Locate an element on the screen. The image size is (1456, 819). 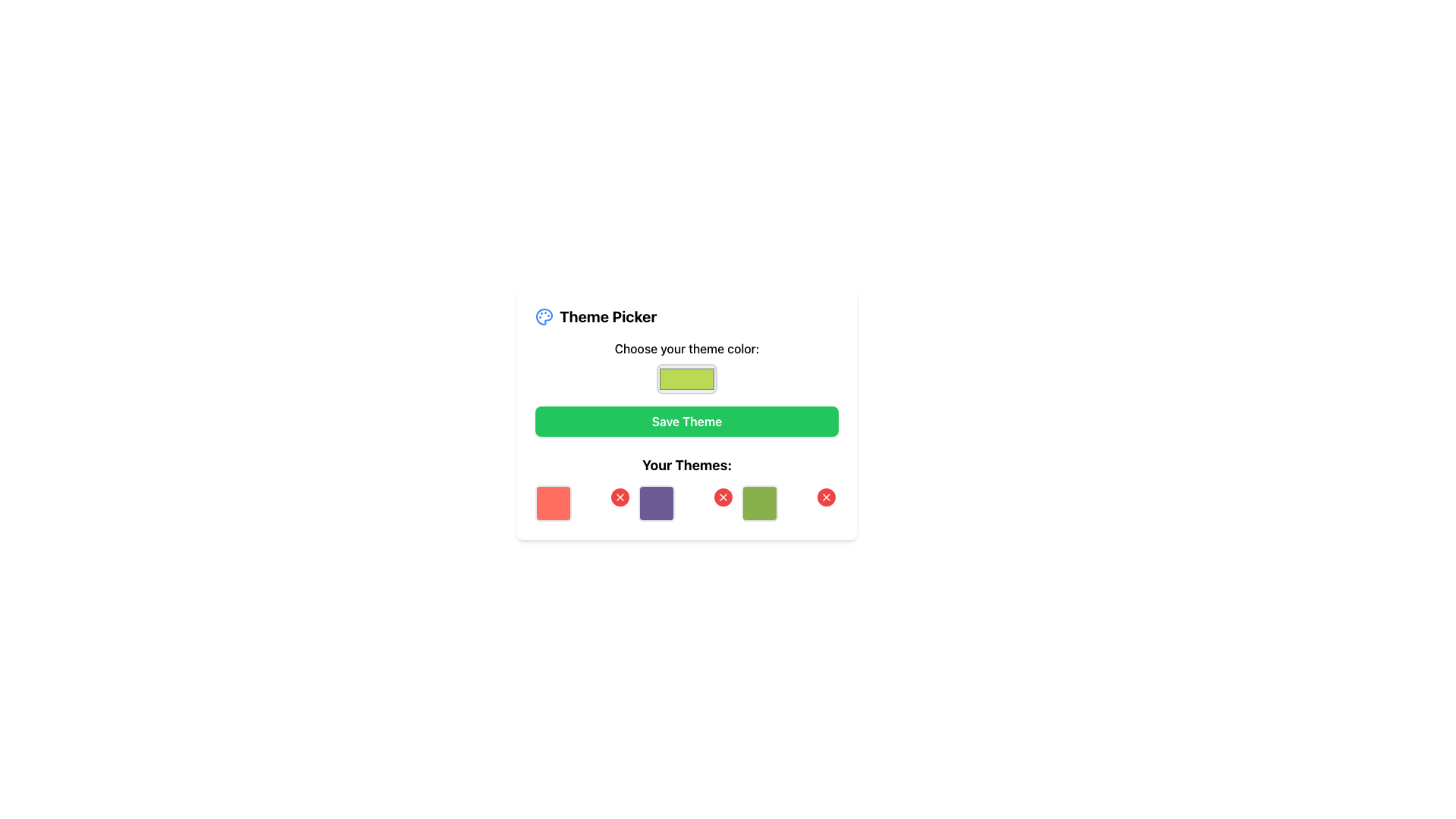
the Icon Button with a red circular background and an outlined 'X' shape is located at coordinates (620, 497).